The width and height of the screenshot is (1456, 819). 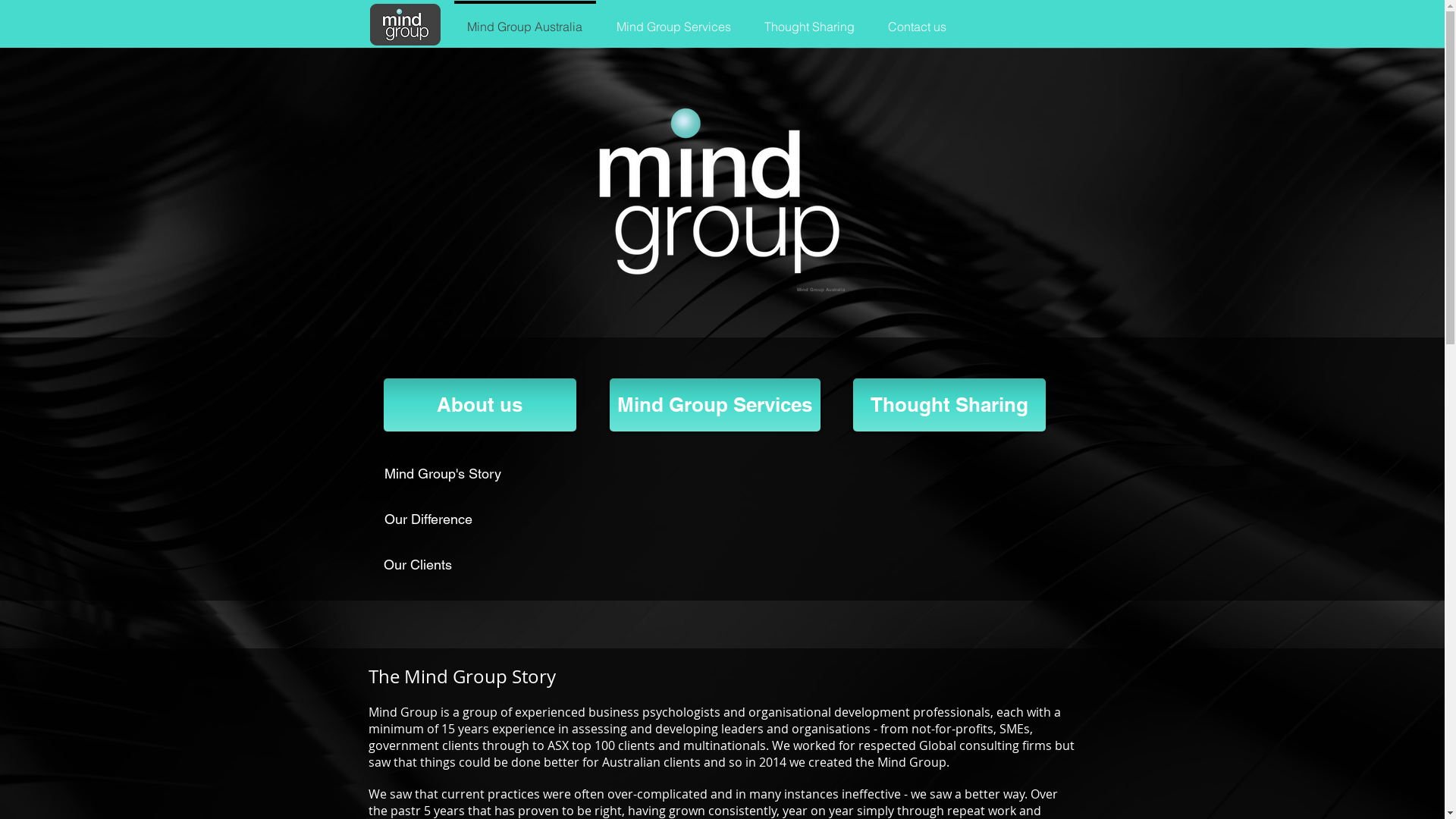 I want to click on 'Thought Sharing', so click(x=747, y=20).